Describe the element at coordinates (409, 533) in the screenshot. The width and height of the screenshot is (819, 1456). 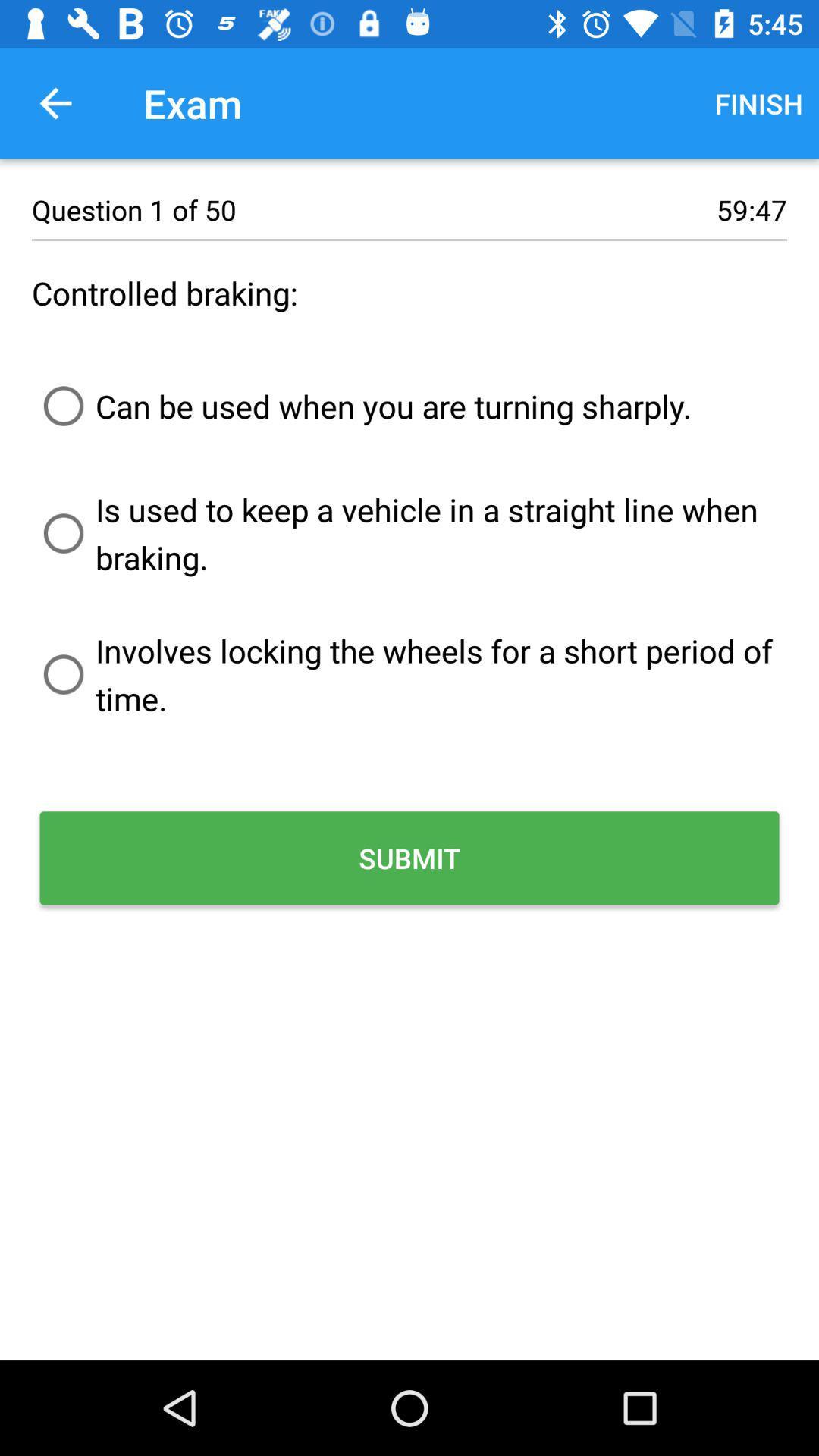
I see `the item above involves locking the icon` at that location.